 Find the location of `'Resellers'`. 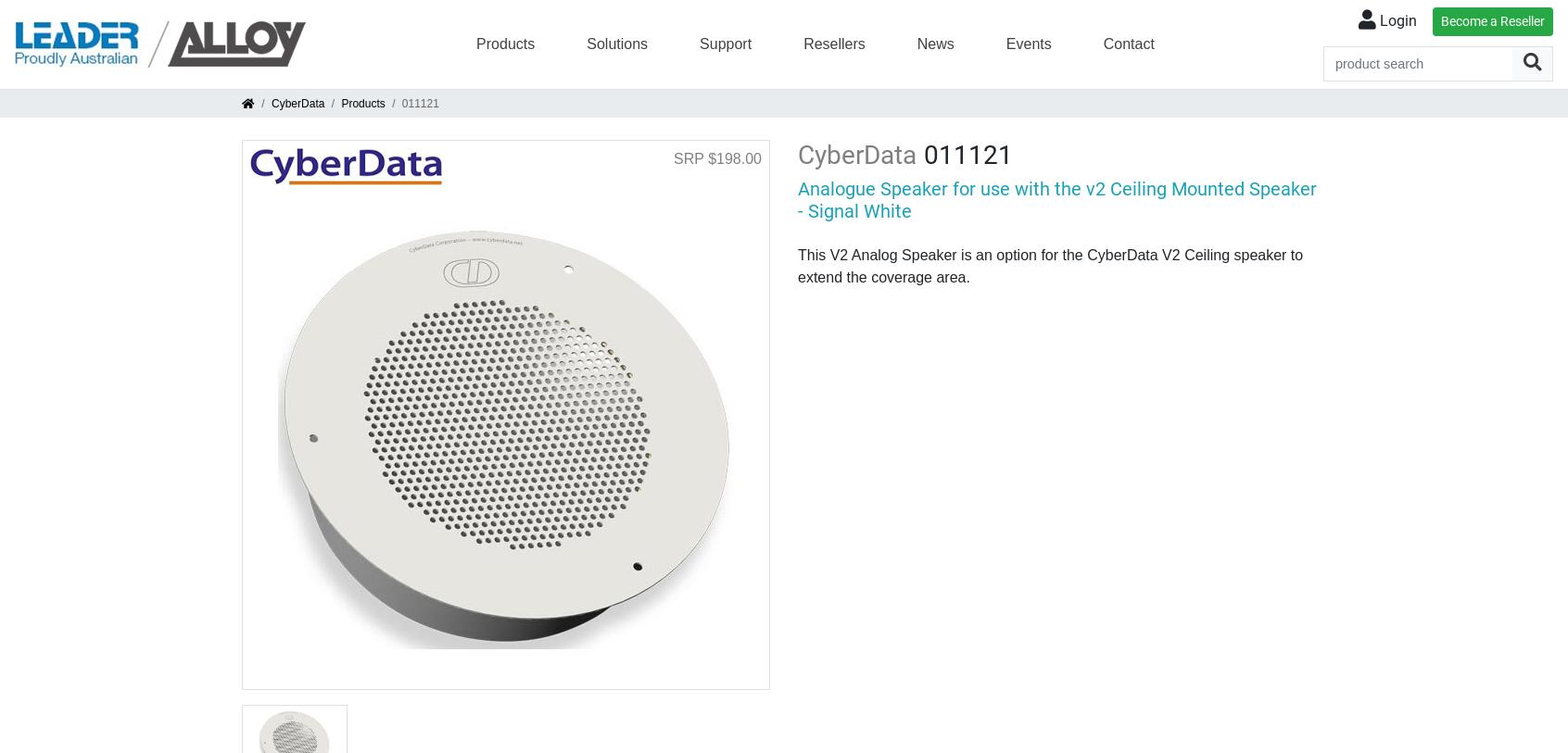

'Resellers' is located at coordinates (802, 42).